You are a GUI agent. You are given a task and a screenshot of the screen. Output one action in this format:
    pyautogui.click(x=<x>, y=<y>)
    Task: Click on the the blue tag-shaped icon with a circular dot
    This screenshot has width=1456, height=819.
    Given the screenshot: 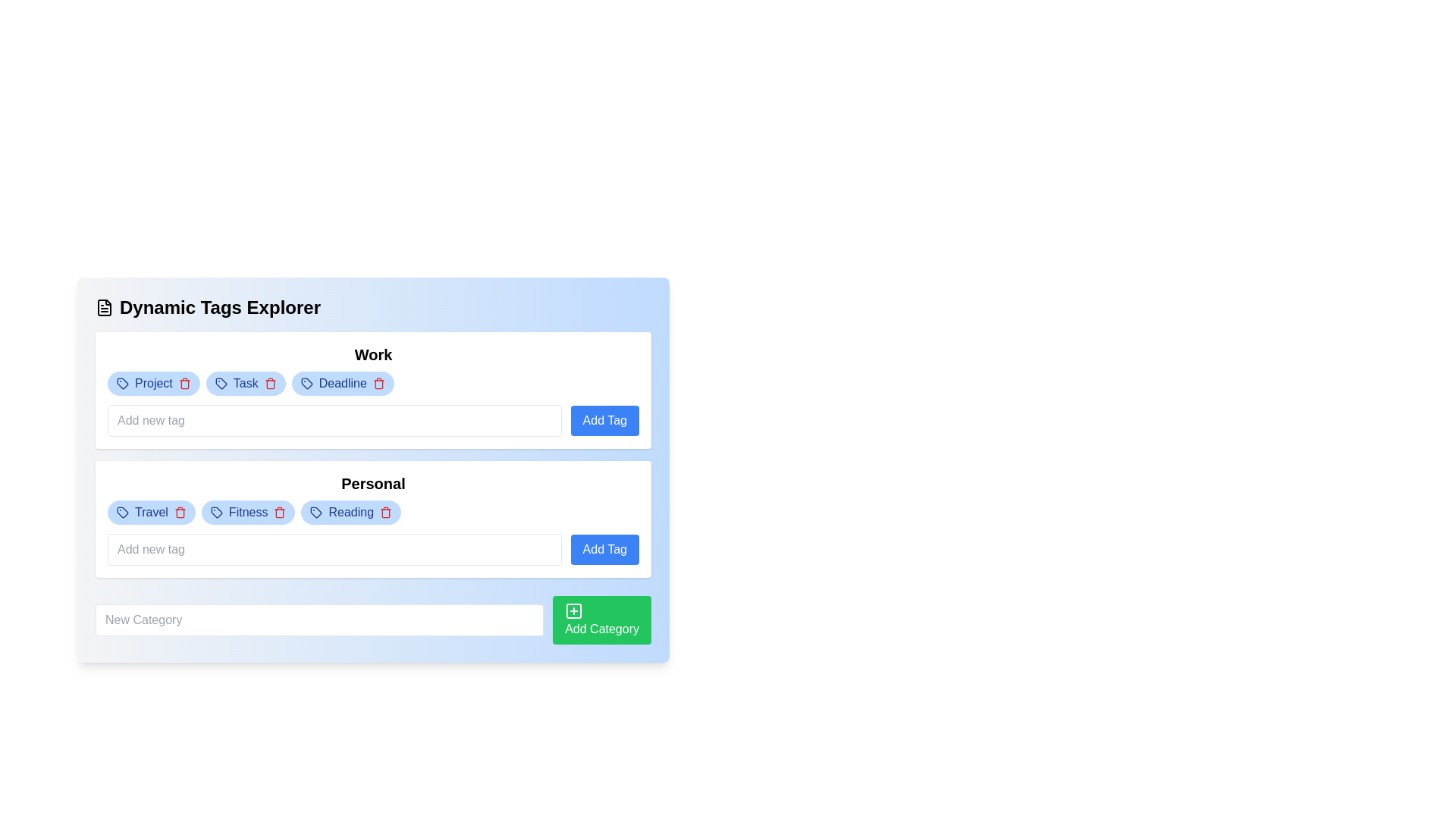 What is the action you would take?
    pyautogui.click(x=220, y=382)
    